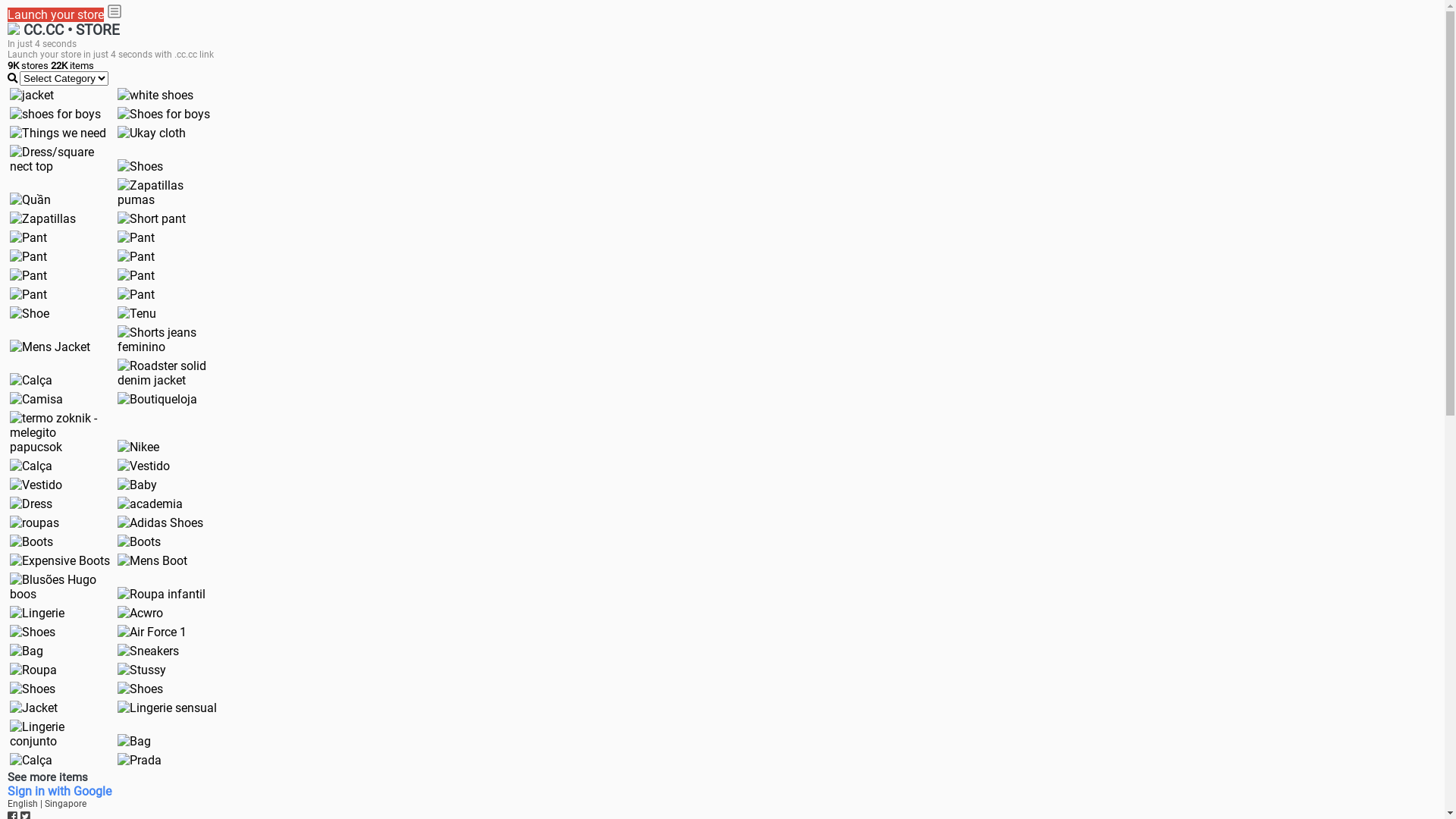  Describe the element at coordinates (42, 218) in the screenshot. I see `'Zapatillas'` at that location.